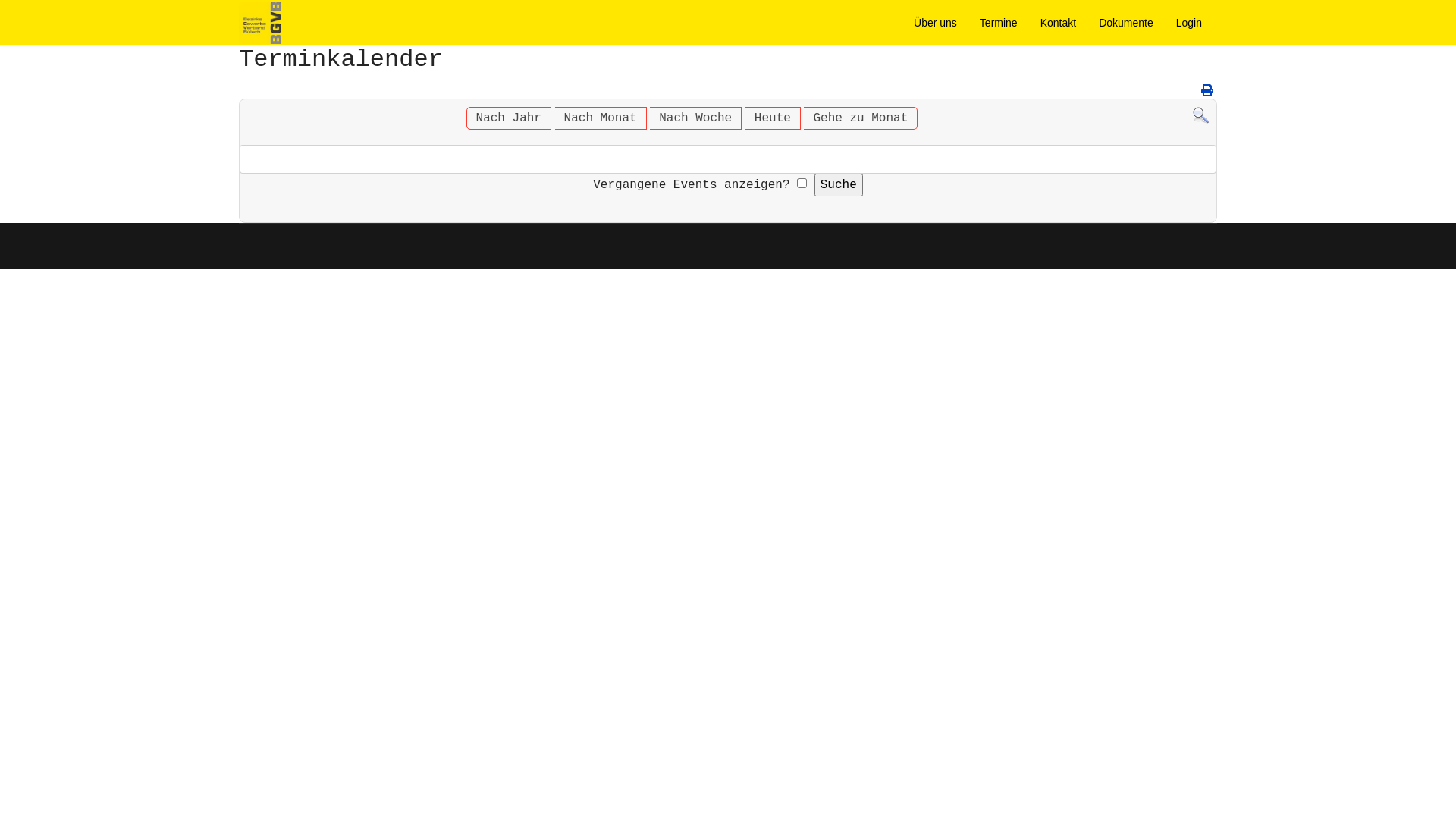  What do you see at coordinates (1188, 23) in the screenshot?
I see `'Login'` at bounding box center [1188, 23].